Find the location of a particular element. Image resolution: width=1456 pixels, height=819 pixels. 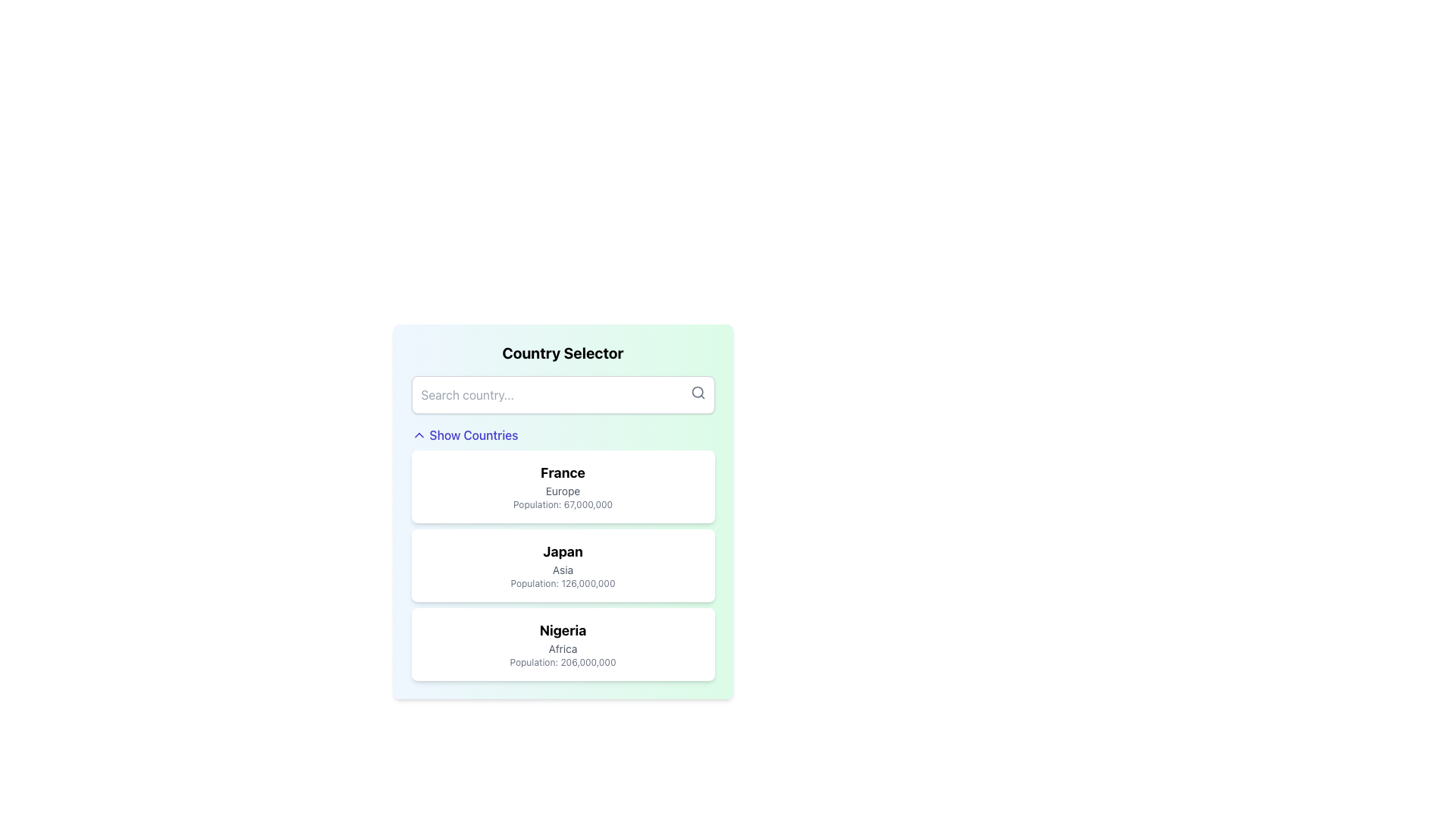

the chevron icon-based toggle button located immediately to the left of the 'Show Countries' text is located at coordinates (419, 435).